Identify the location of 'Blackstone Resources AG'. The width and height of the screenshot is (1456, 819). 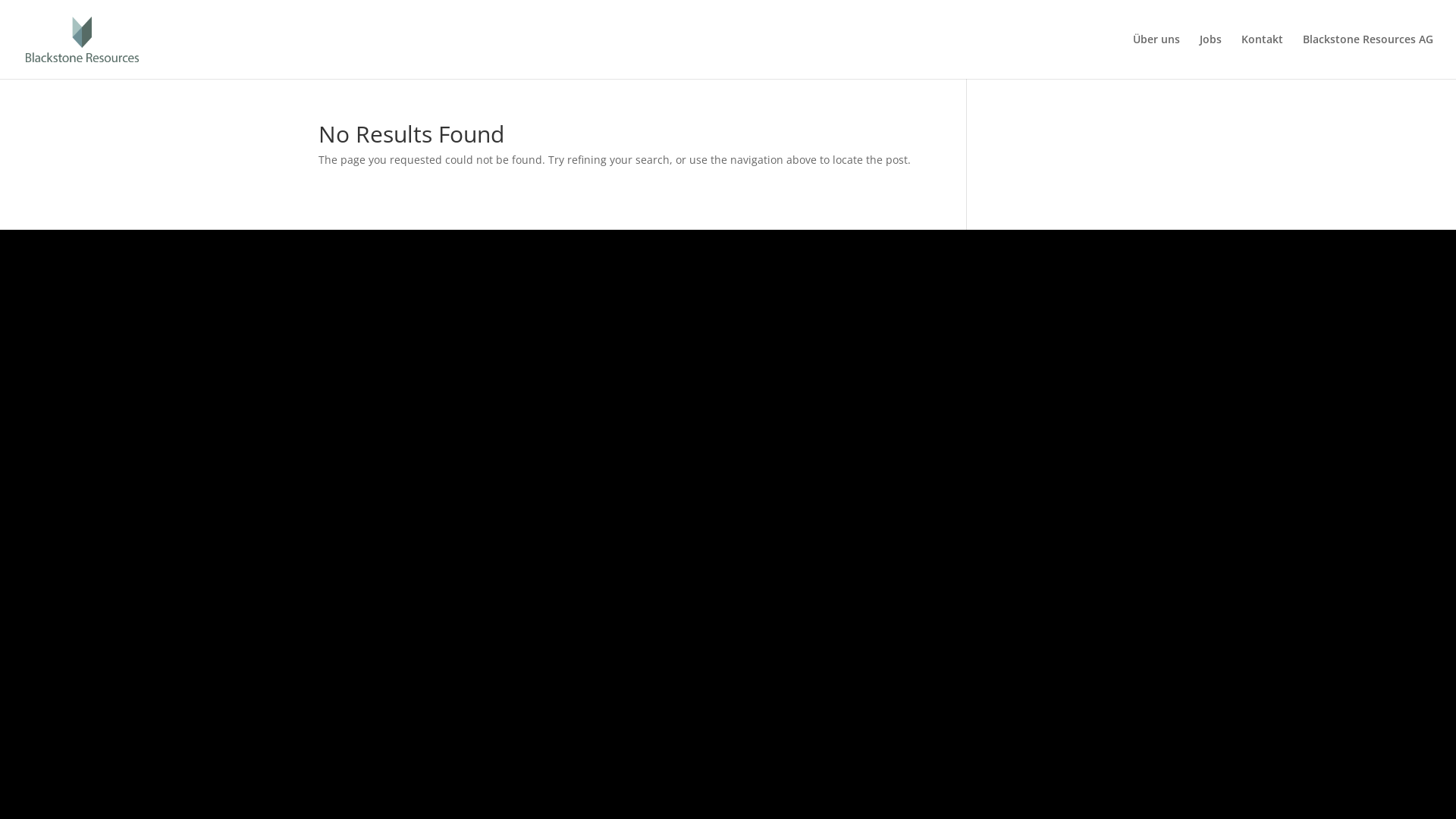
(1302, 55).